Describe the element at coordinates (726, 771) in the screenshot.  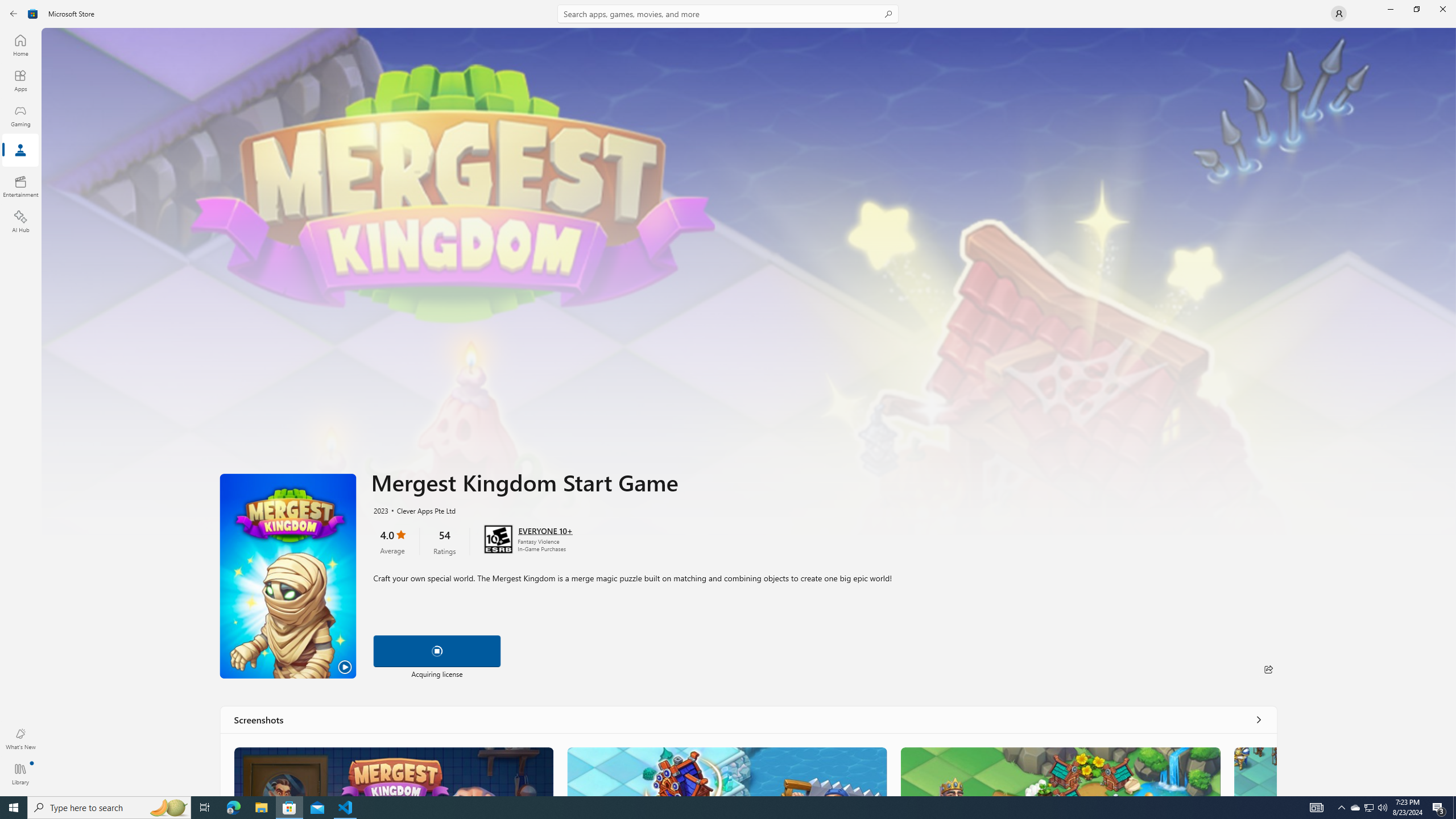
I see `'Screenshot 2'` at that location.